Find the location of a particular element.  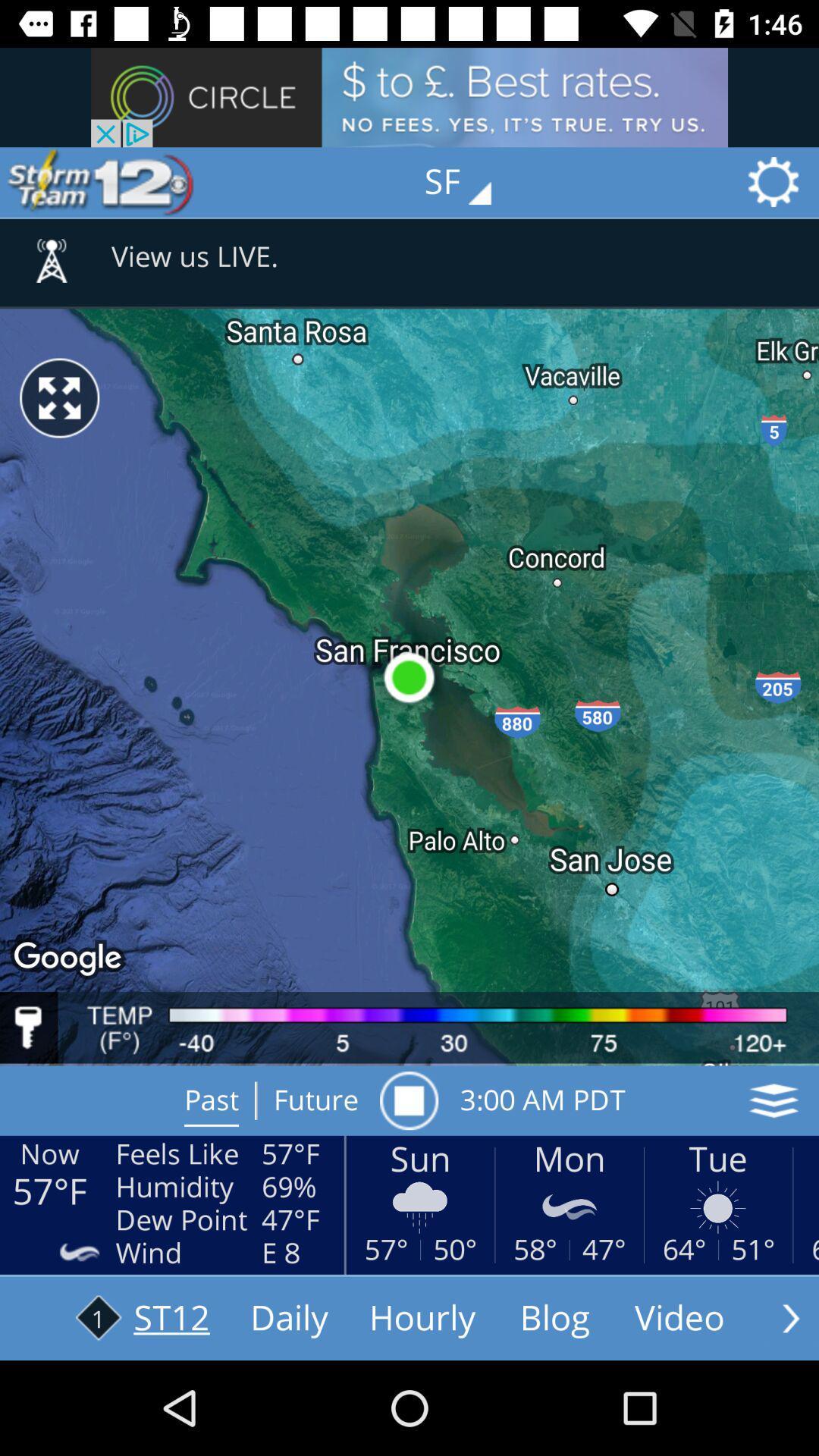

the item to the right of future icon is located at coordinates (408, 1100).